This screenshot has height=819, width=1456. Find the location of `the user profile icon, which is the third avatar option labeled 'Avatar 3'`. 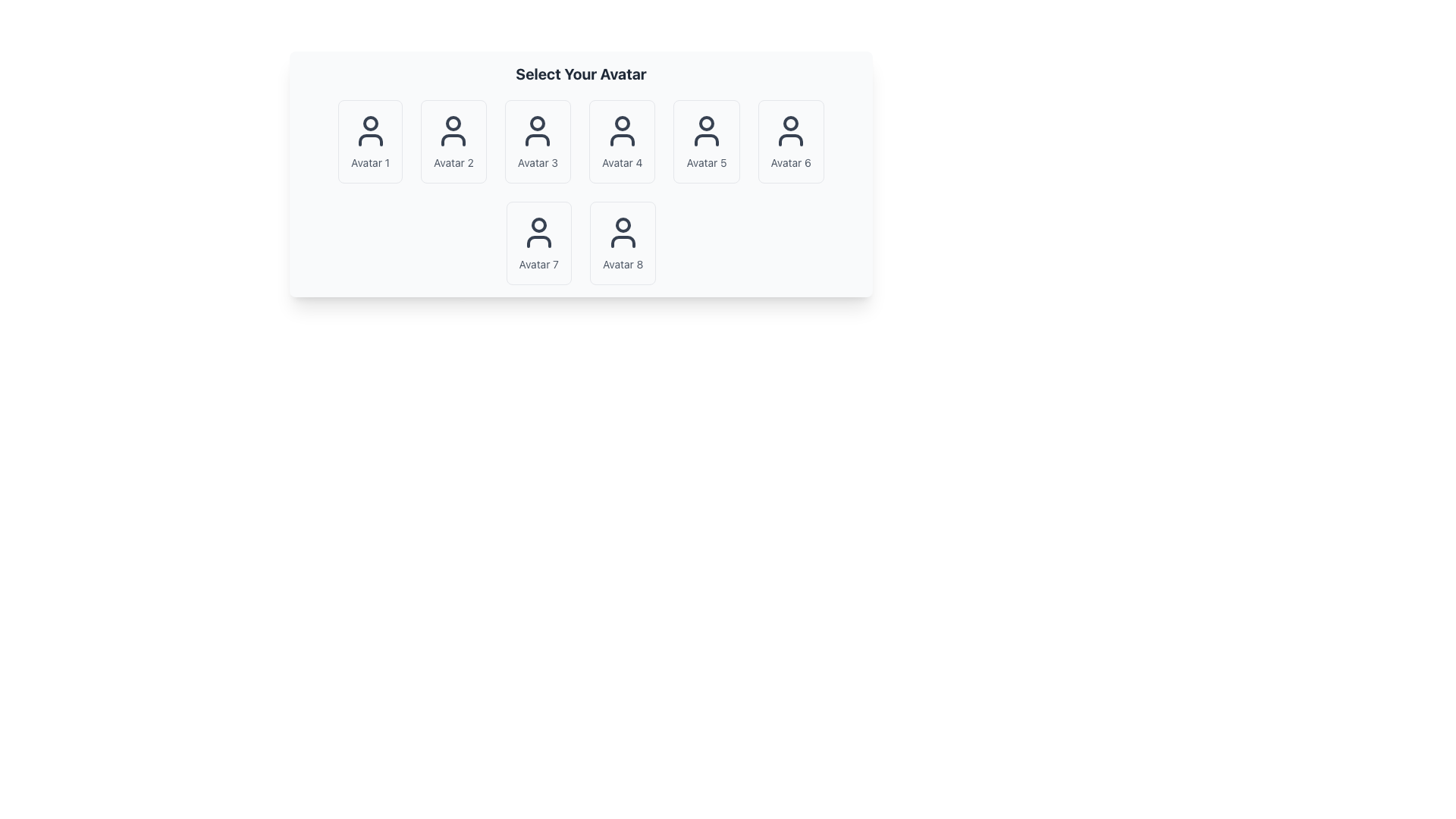

the user profile icon, which is the third avatar option labeled 'Avatar 3' is located at coordinates (538, 130).